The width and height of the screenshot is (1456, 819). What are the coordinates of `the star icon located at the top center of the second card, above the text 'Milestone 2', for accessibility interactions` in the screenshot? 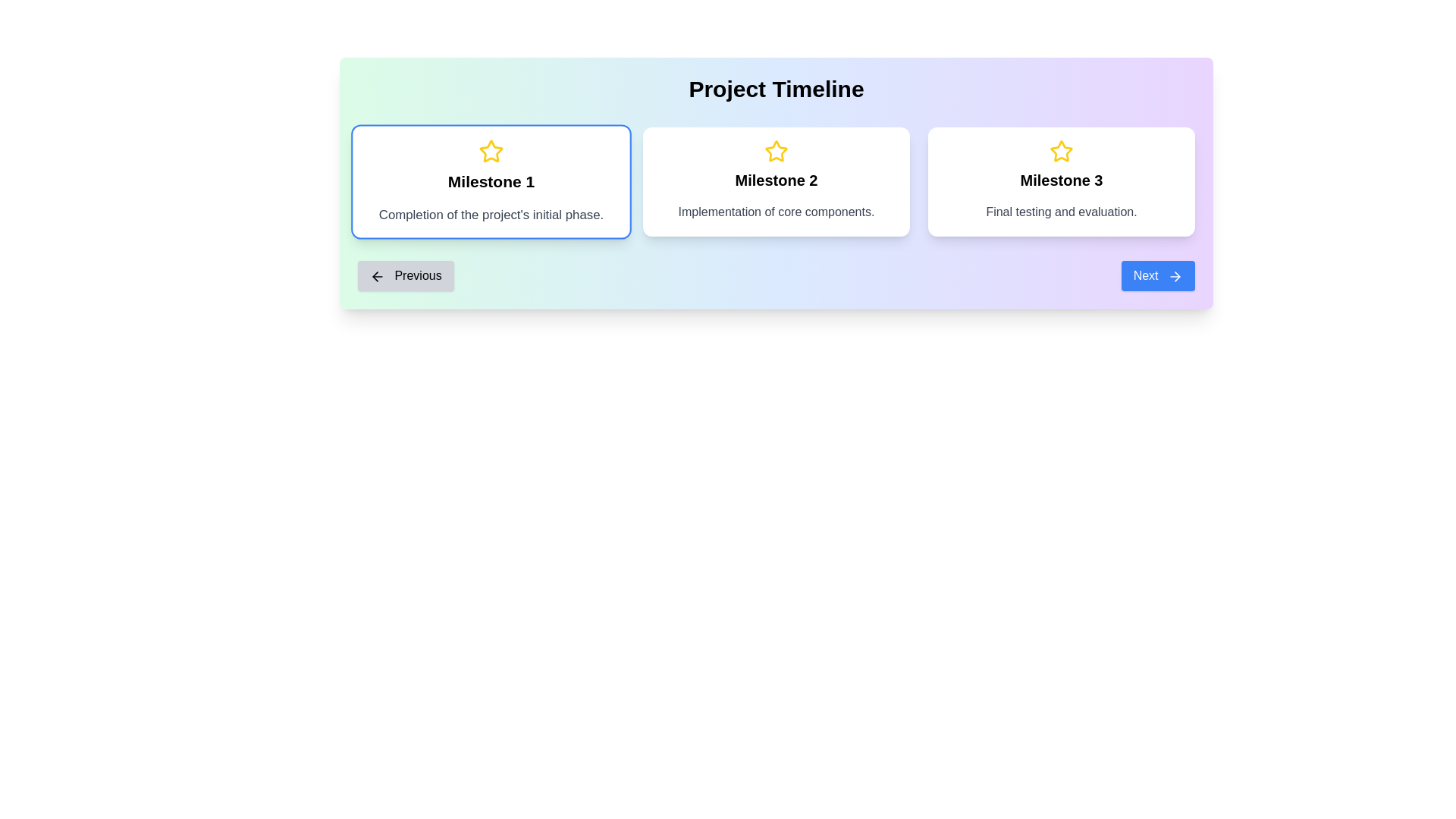 It's located at (776, 151).